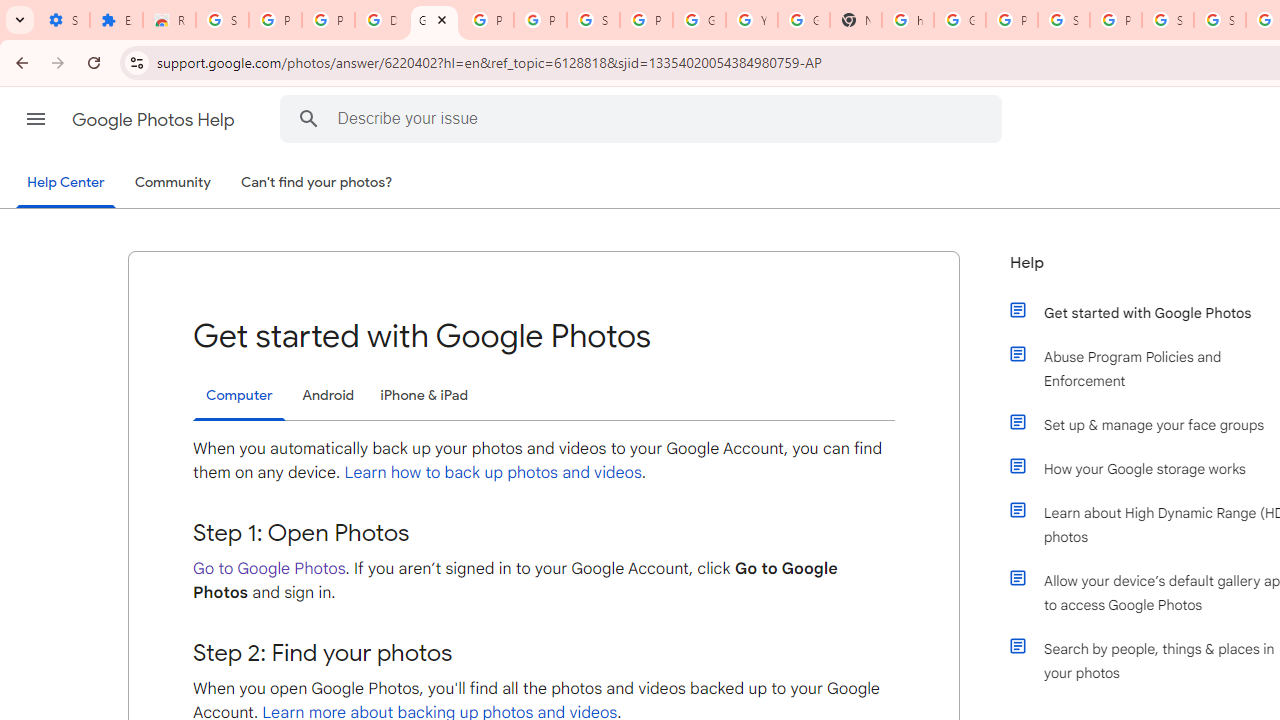 The image size is (1280, 720). Describe the element at coordinates (63, 20) in the screenshot. I see `'Settings - On startup'` at that location.